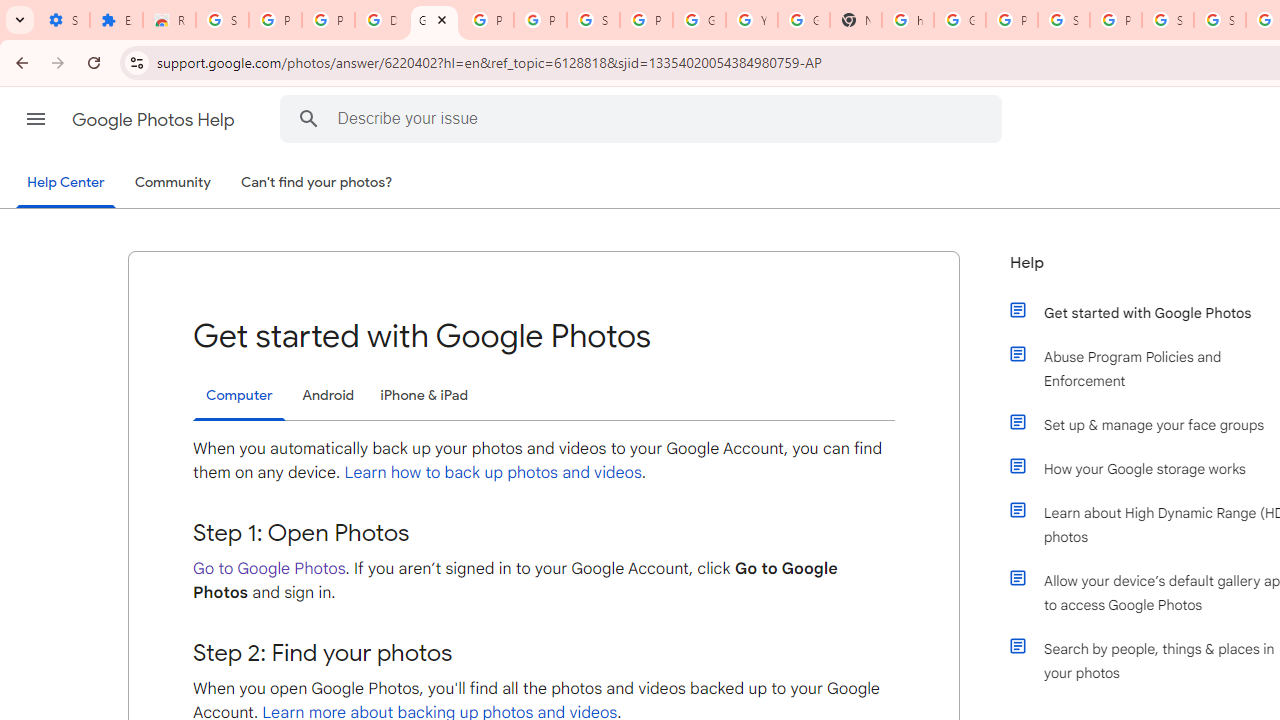 The image size is (1280, 720). Describe the element at coordinates (63, 20) in the screenshot. I see `'Settings - On startup'` at that location.